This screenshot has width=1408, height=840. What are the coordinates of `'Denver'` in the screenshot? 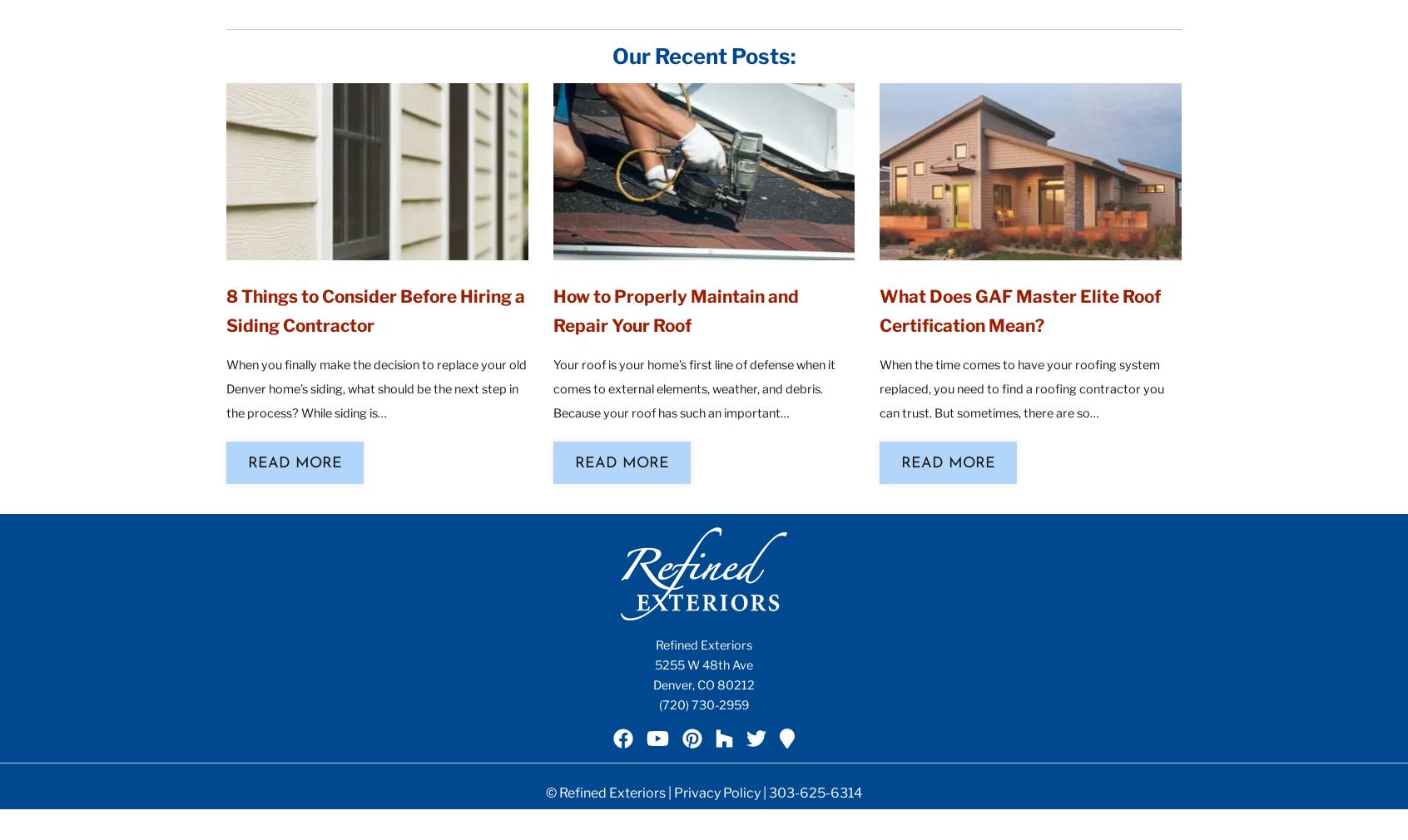 It's located at (672, 684).